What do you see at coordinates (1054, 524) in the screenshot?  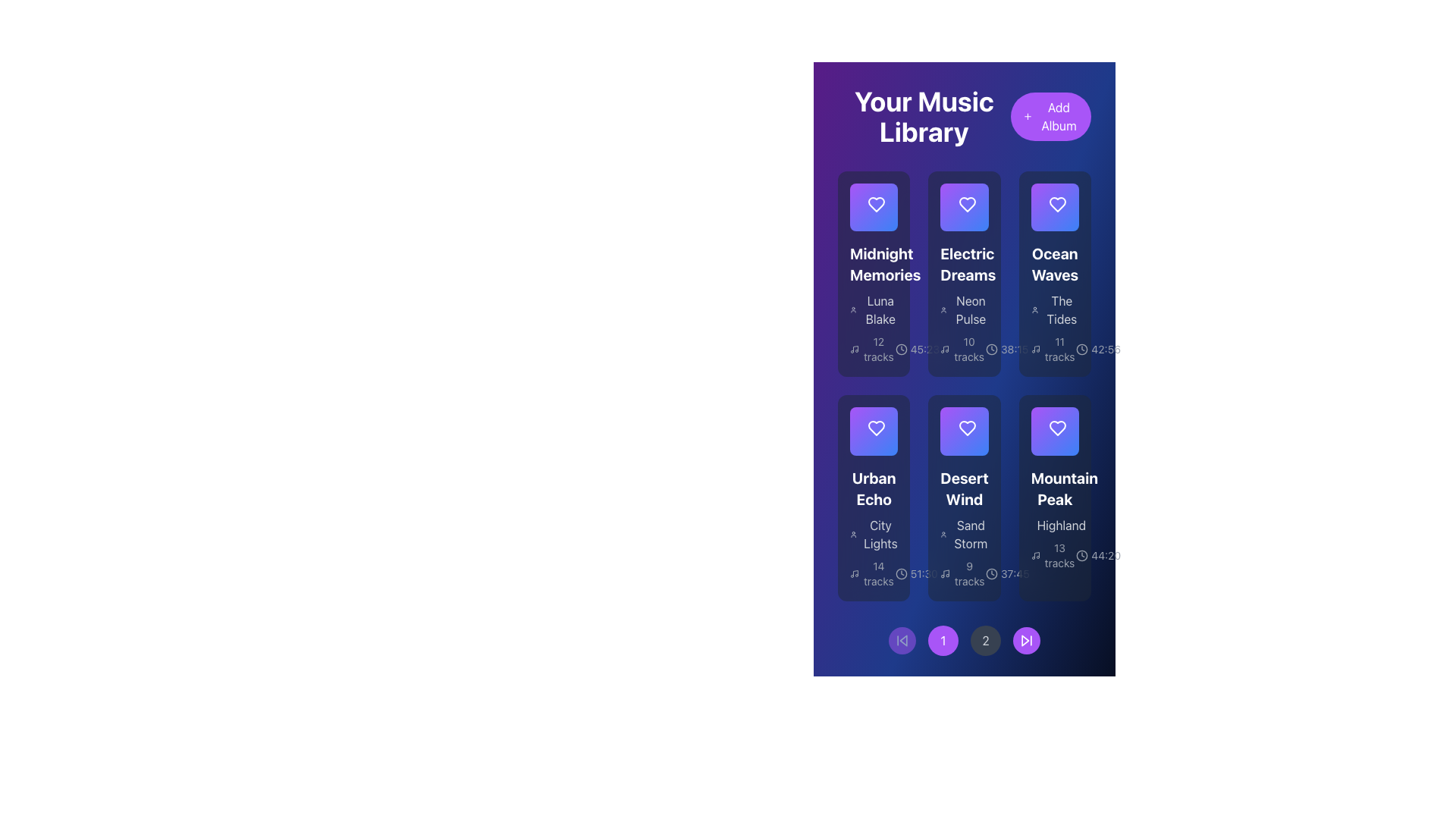 I see `the text label that serves as a subtitle for the 'Mountain Peak' music item, located beneath the title and above the metadata details` at bounding box center [1054, 524].